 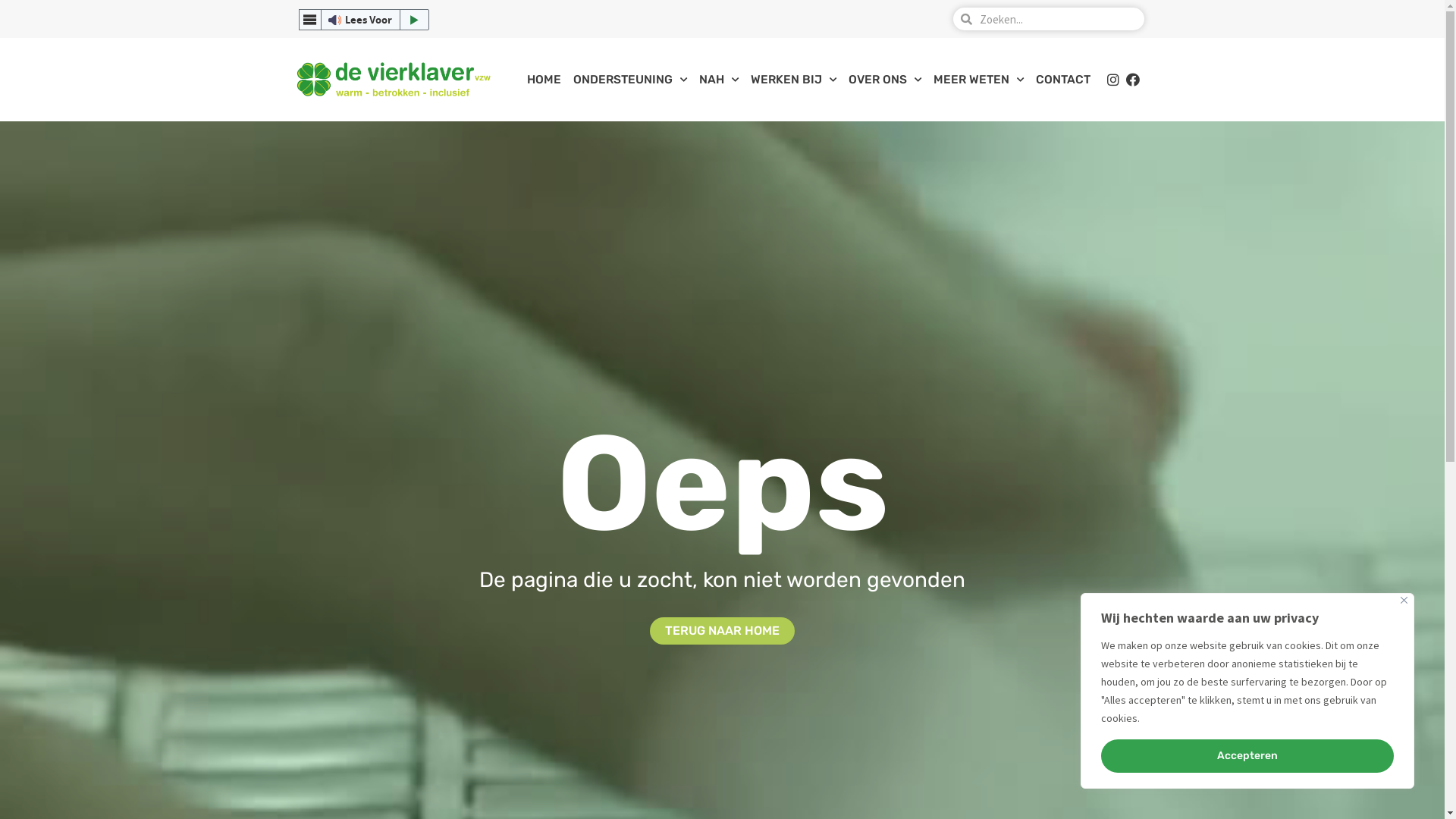 I want to click on 'NAH', so click(x=718, y=79).